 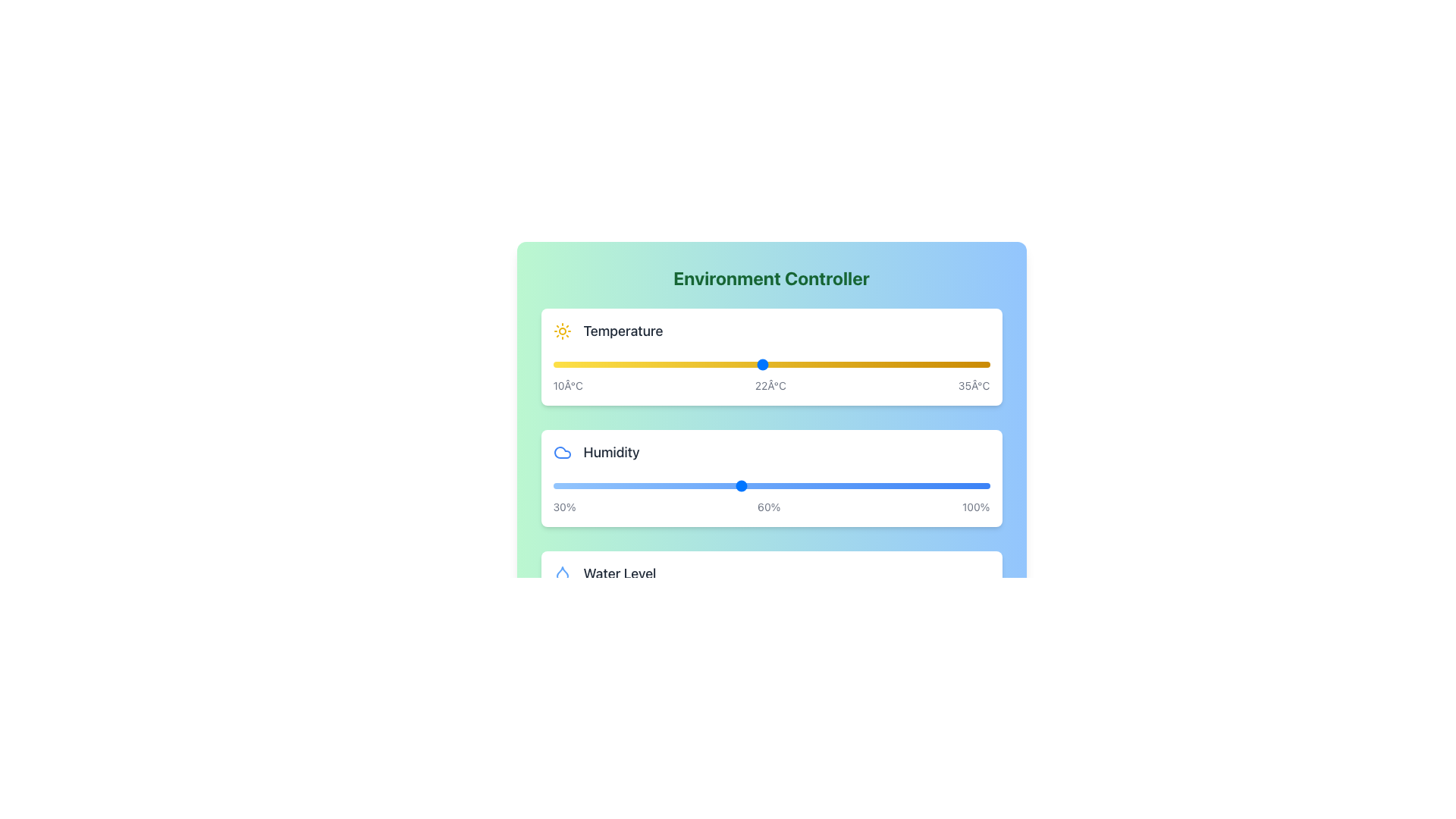 What do you see at coordinates (587, 365) in the screenshot?
I see `the temperature` at bounding box center [587, 365].